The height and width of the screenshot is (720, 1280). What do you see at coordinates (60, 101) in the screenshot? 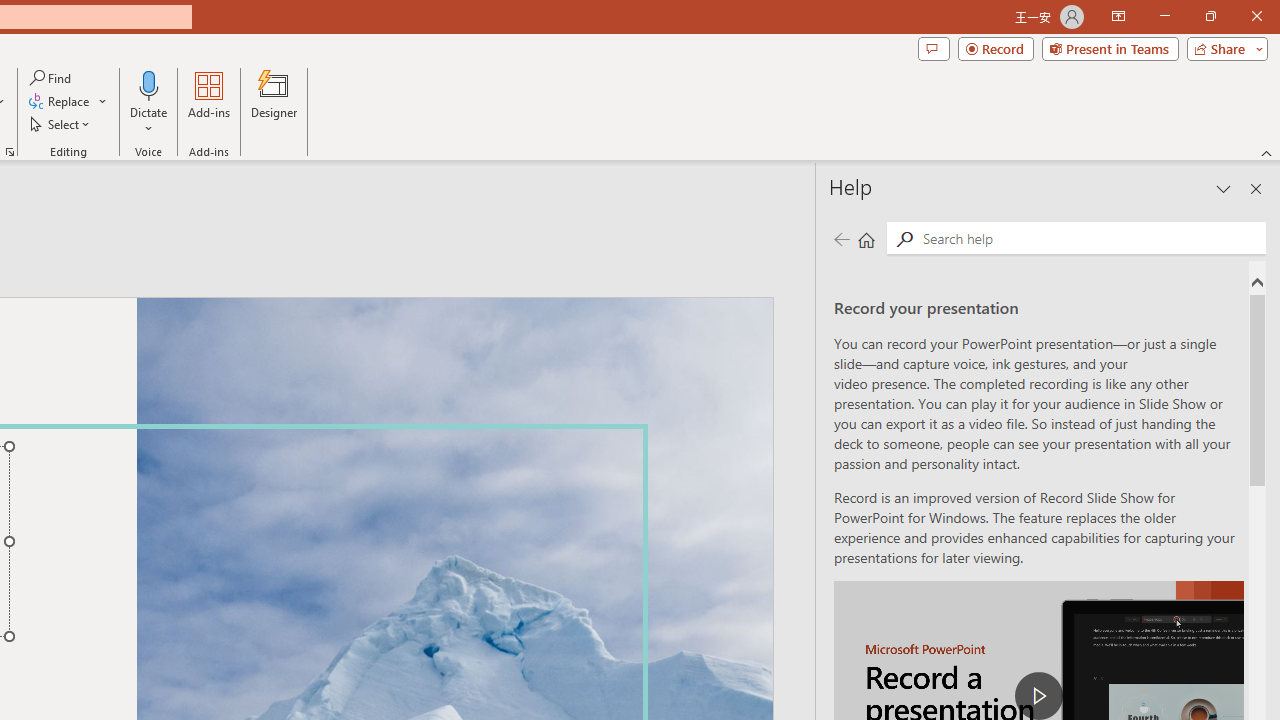
I see `'Replace...'` at bounding box center [60, 101].